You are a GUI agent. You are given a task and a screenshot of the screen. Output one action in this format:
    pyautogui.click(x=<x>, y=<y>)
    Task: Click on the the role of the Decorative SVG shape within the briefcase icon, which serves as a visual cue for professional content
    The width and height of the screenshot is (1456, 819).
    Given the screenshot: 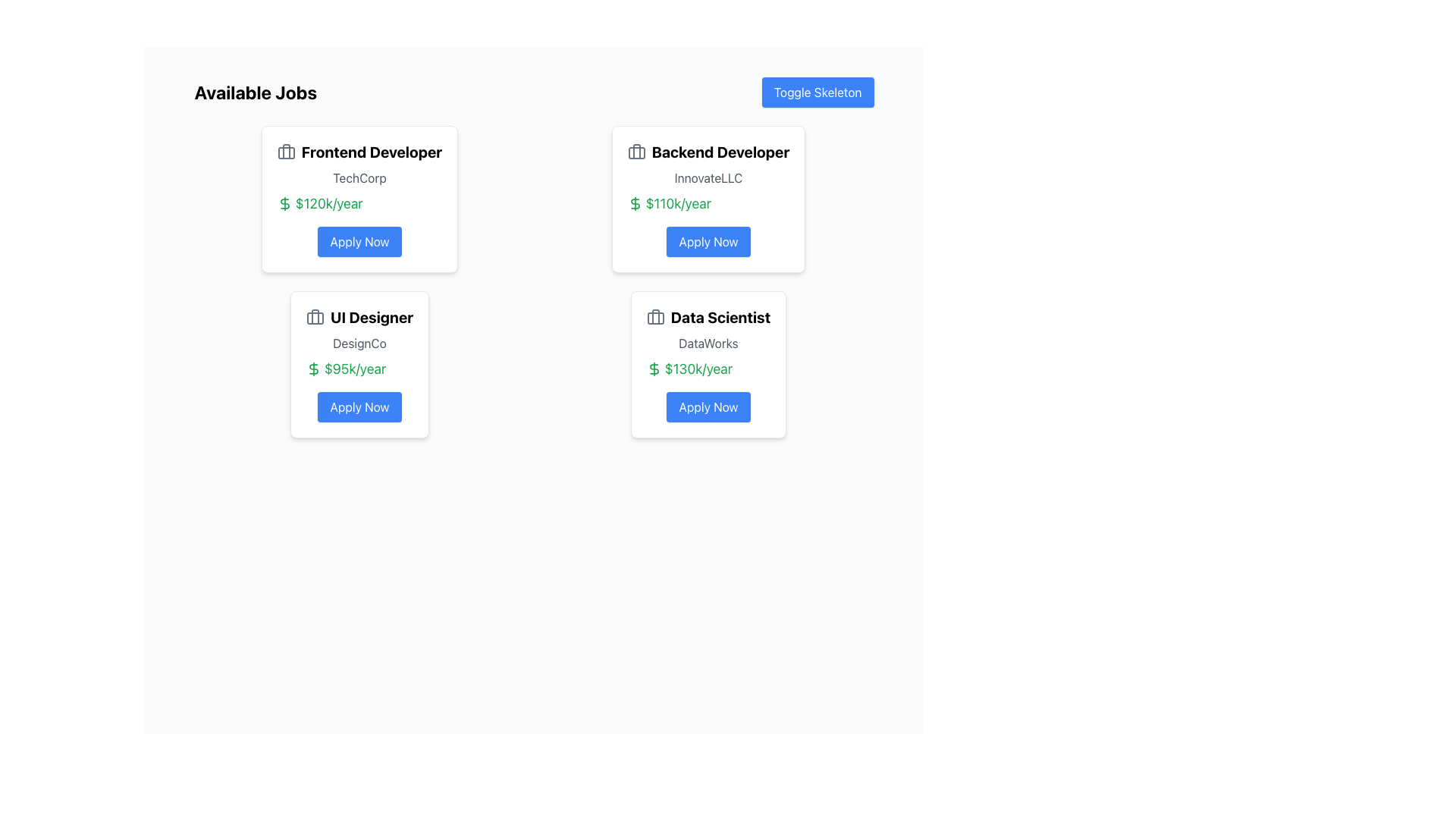 What is the action you would take?
    pyautogui.click(x=636, y=152)
    